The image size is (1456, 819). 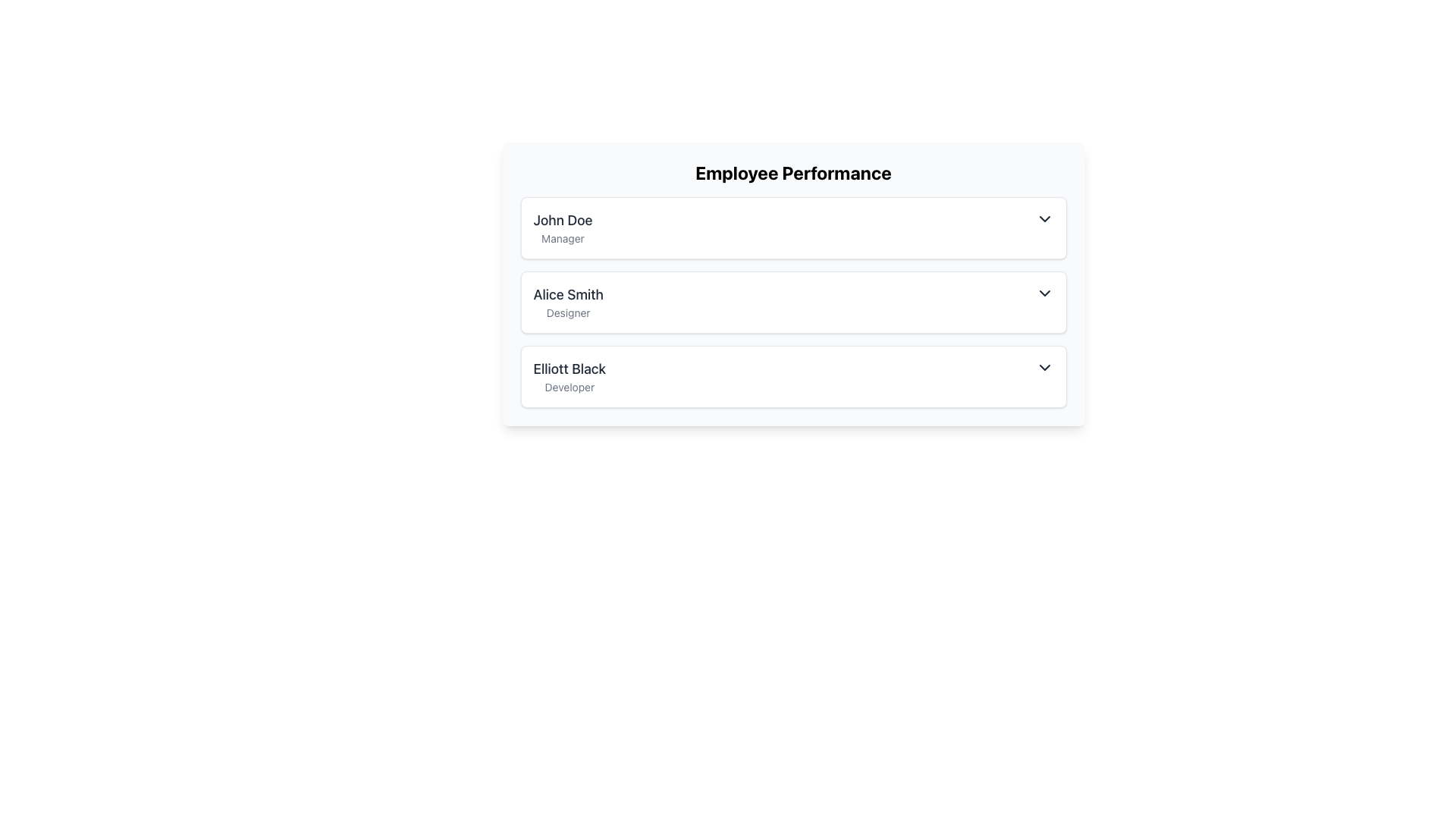 I want to click on the dropdown arrow icon located to the right of 'Elliott Black - Developer', which is a small downward-pointing black arrow used for dropdown toggles, so click(x=1043, y=368).